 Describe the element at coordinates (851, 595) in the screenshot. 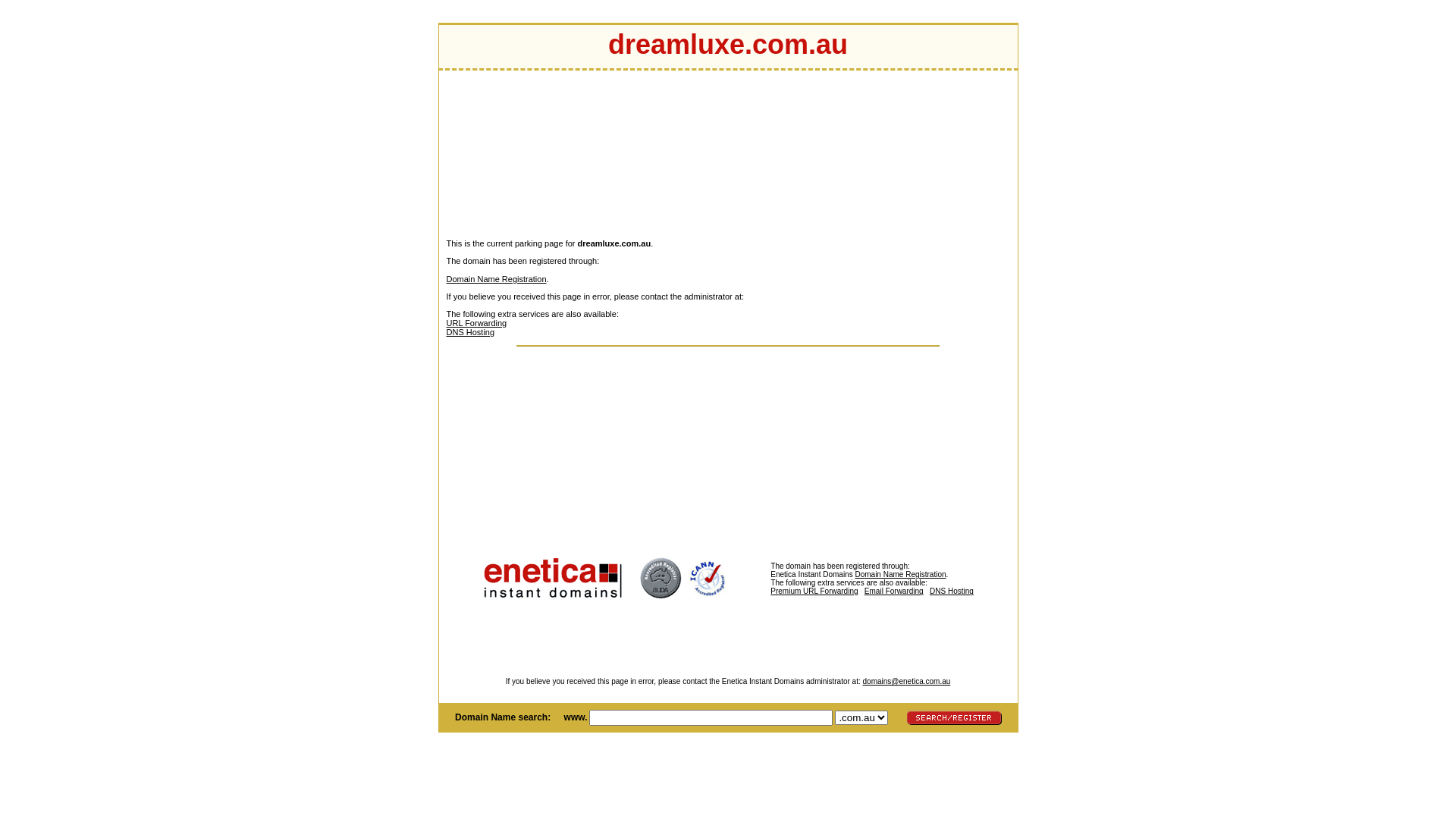

I see `'Premium URL Forwarding'` at that location.